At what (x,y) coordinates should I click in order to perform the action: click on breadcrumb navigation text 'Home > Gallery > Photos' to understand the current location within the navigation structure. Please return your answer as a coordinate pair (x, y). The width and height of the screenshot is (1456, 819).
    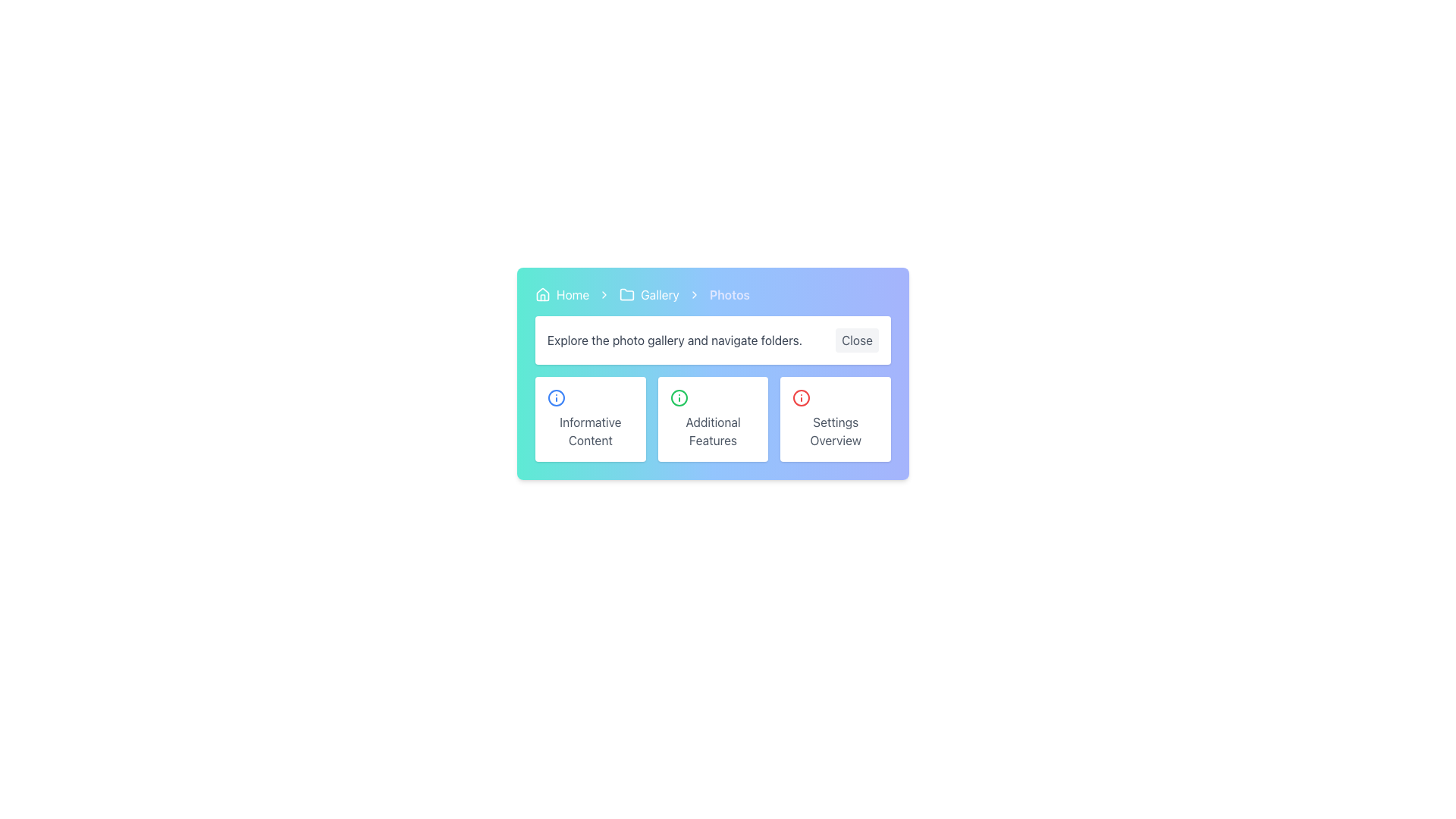
    Looking at the image, I should click on (712, 295).